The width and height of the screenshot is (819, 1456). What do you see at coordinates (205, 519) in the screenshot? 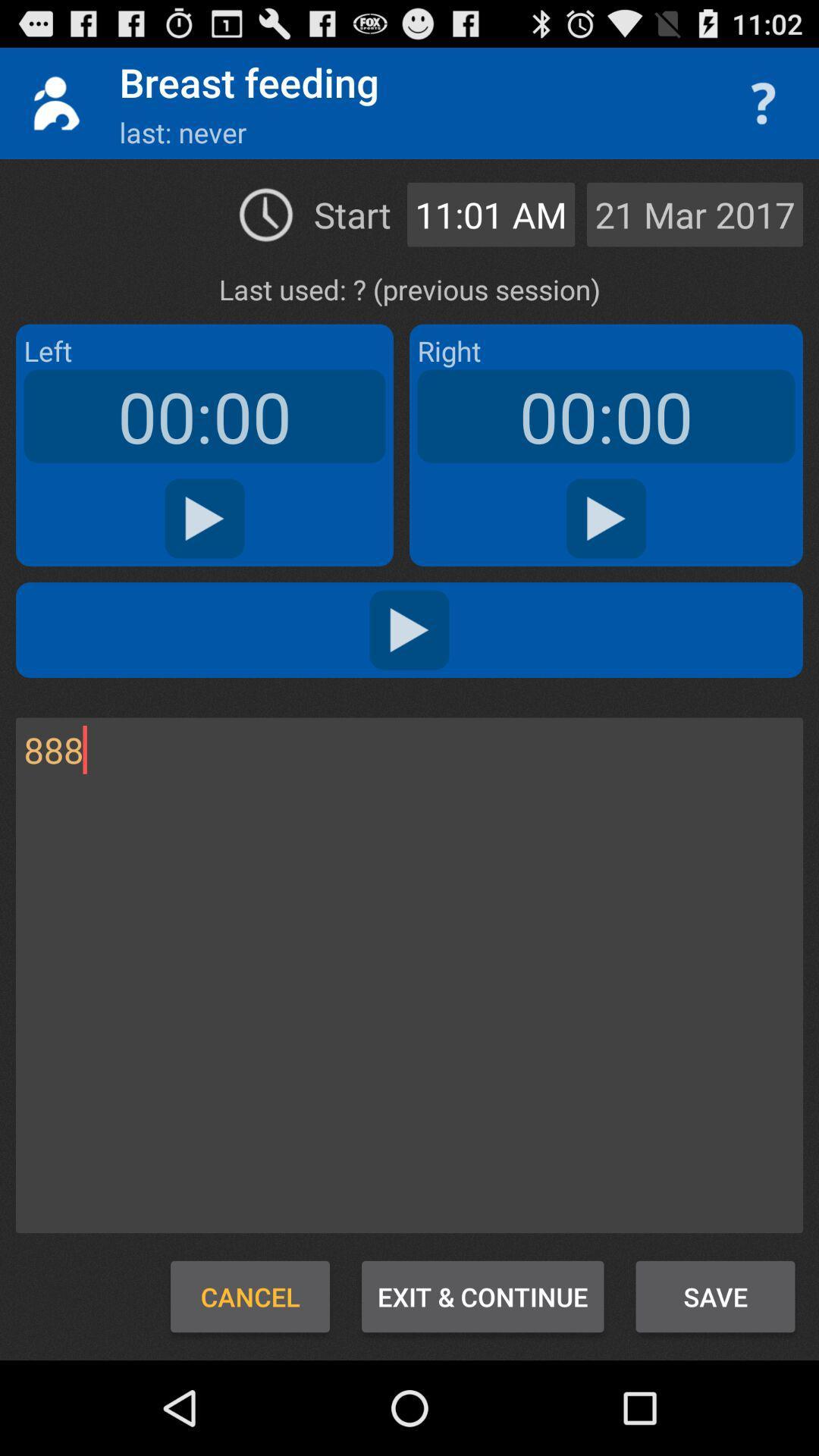
I see `play option` at bounding box center [205, 519].